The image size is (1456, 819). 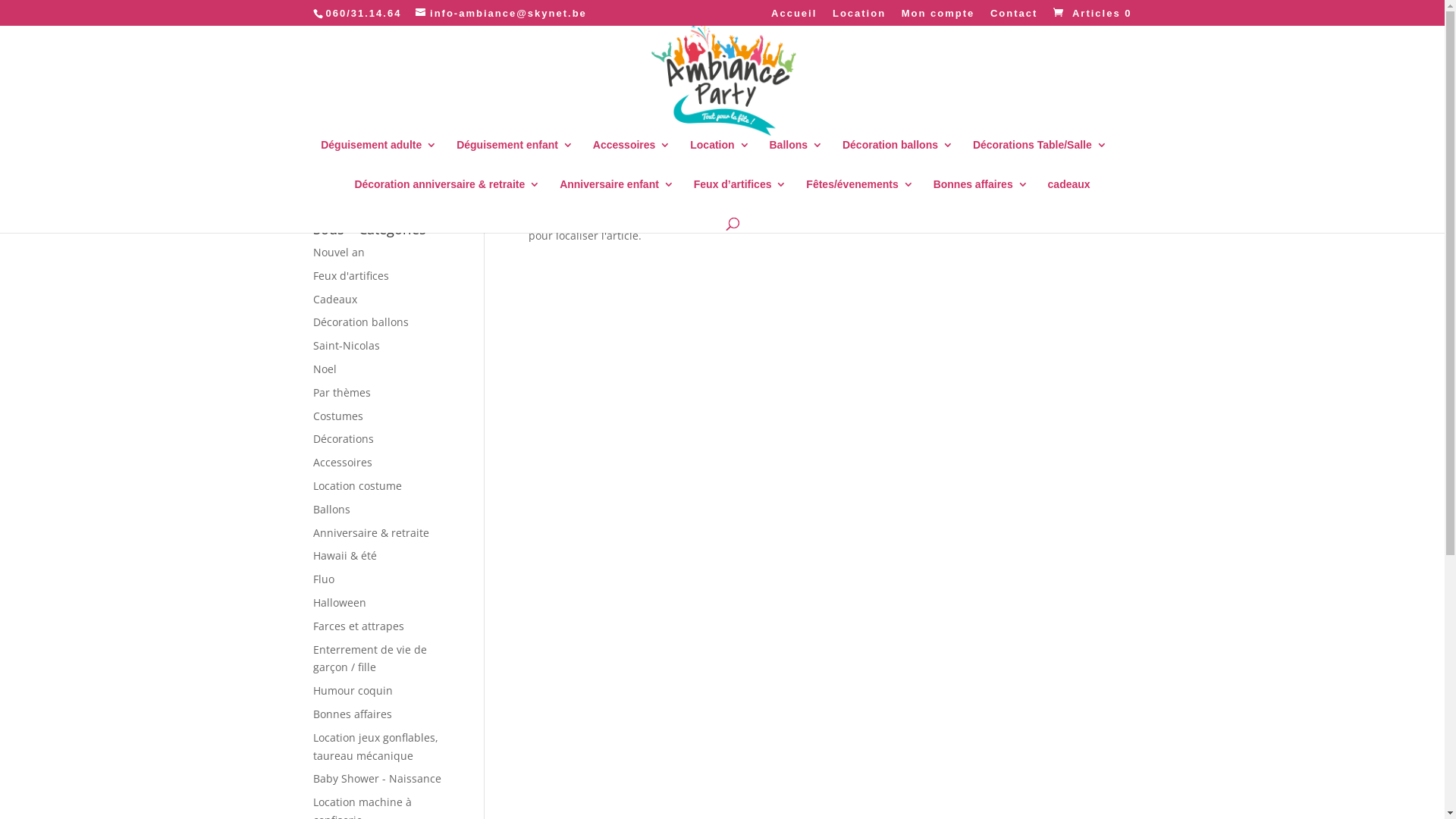 I want to click on 'Baby Shower - Naissance', so click(x=312, y=778).